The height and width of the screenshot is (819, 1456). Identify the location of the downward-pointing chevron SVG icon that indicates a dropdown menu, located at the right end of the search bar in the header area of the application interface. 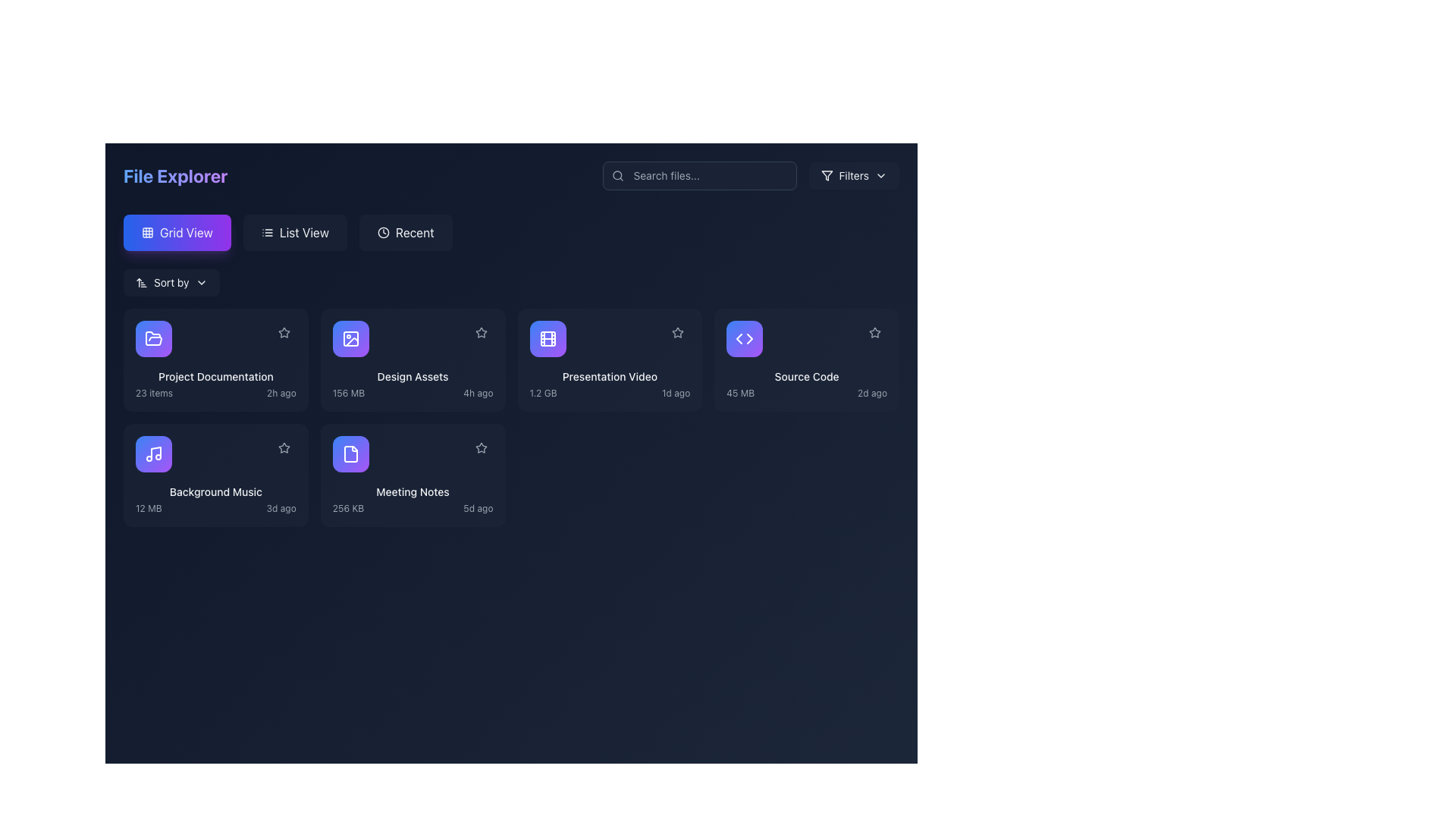
(880, 174).